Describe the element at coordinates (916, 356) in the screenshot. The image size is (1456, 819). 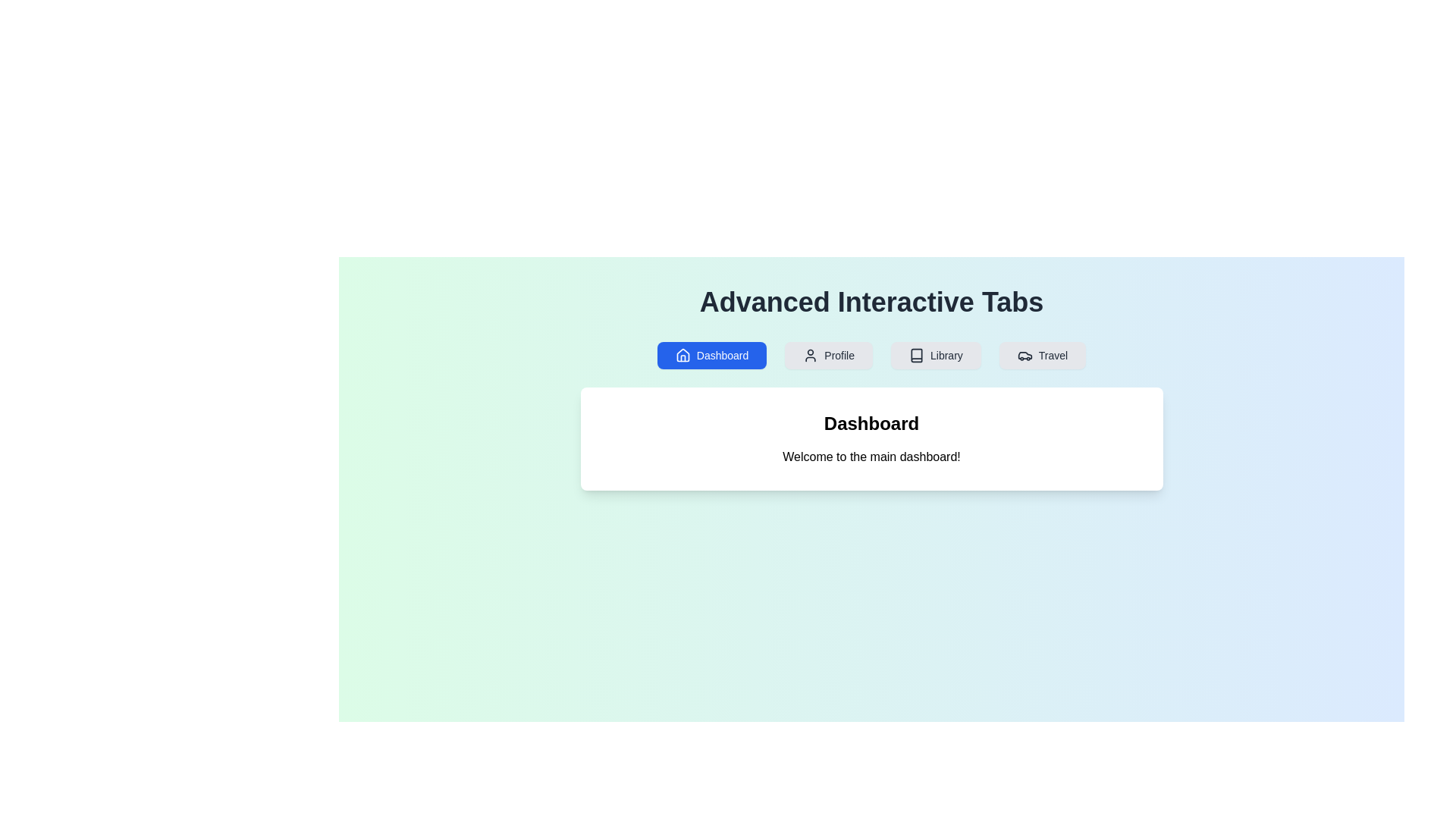
I see `the book icon inside the 'Library' button, which is styled in a minimalistic line design and represents reading or collections` at that location.